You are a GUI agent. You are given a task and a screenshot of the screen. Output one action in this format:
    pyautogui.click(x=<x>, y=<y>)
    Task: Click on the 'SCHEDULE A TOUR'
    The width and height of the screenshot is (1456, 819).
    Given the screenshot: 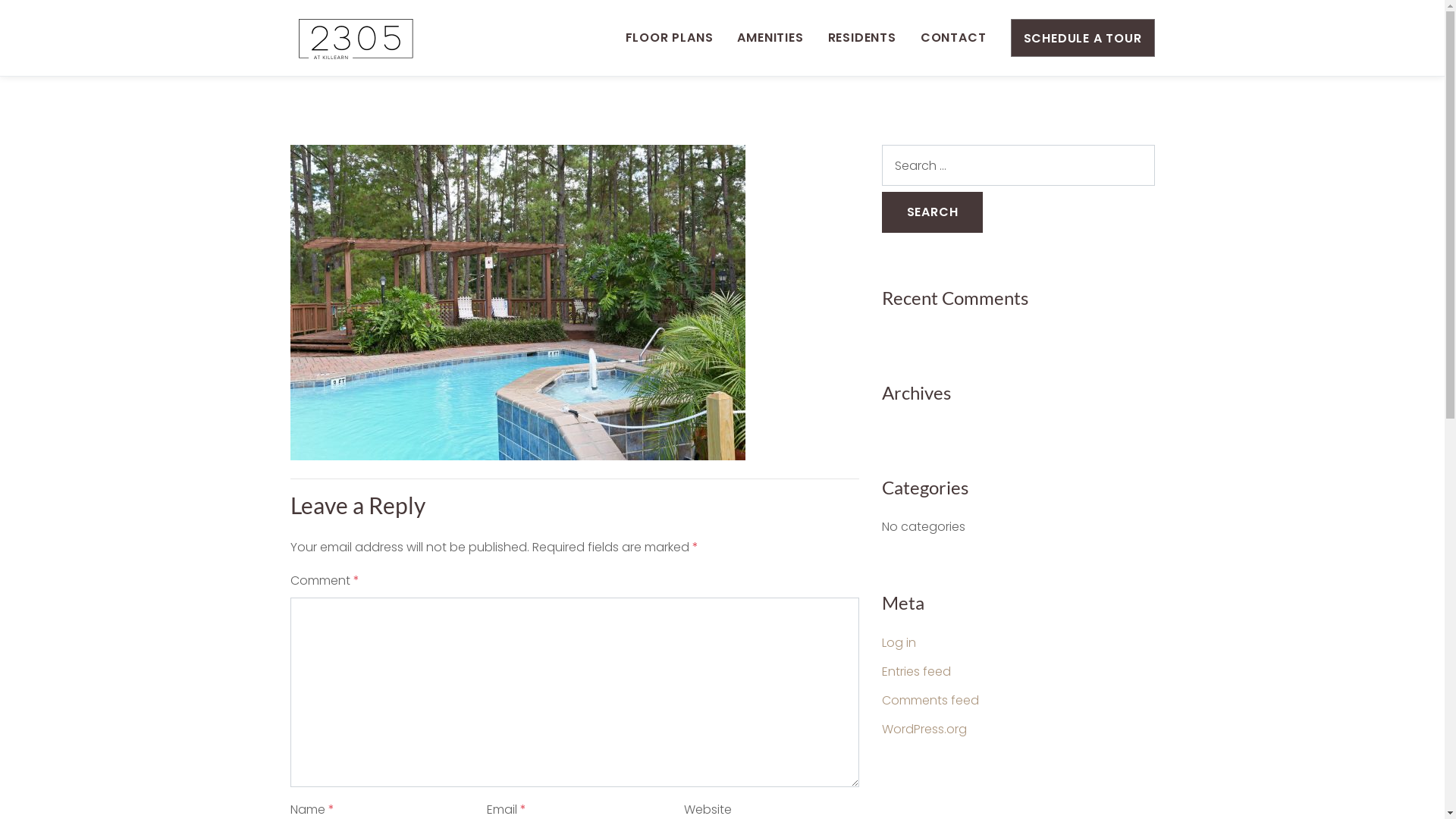 What is the action you would take?
    pyautogui.click(x=1081, y=37)
    